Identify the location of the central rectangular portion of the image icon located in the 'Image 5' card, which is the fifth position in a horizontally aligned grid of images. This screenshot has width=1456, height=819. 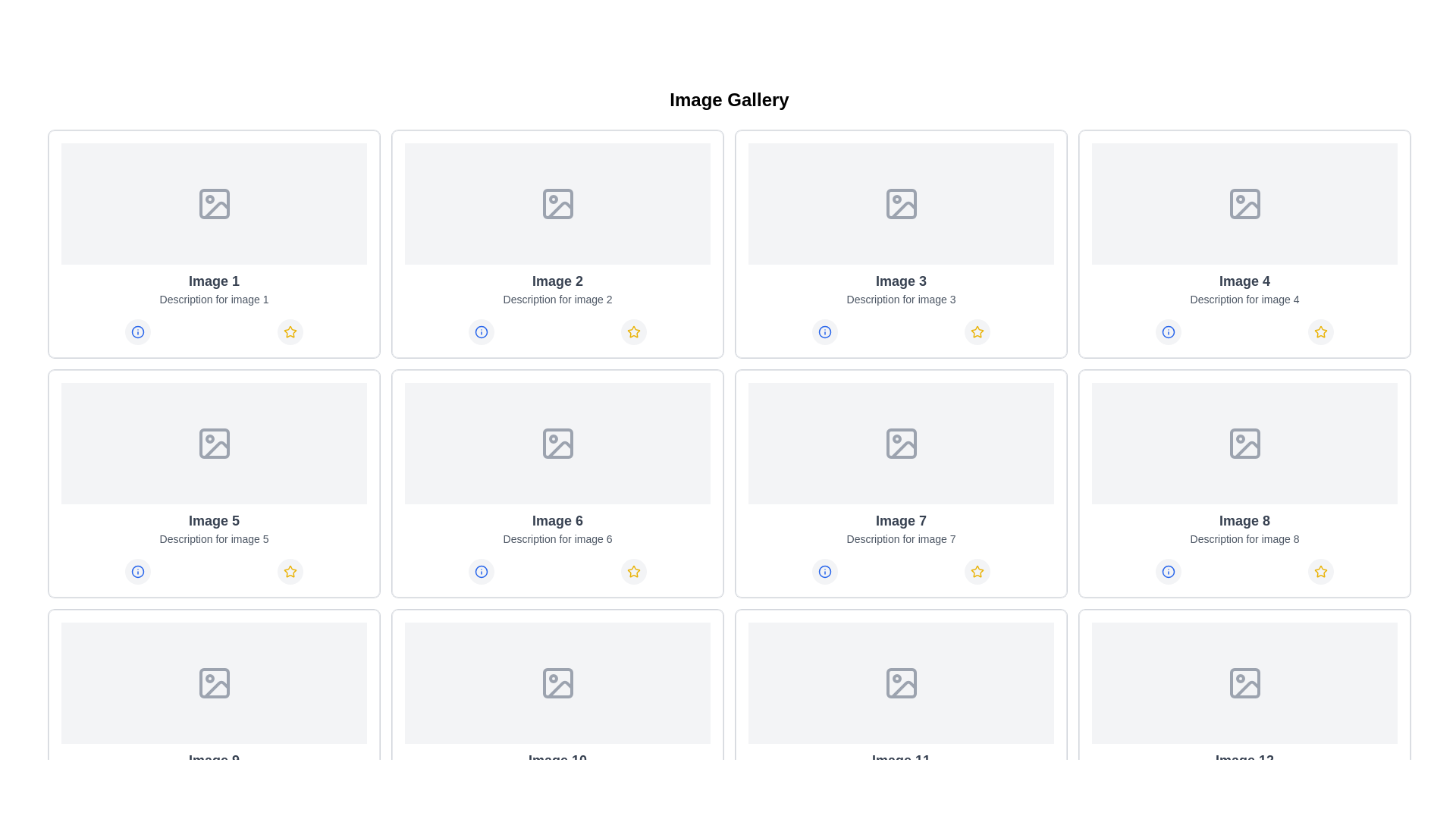
(213, 444).